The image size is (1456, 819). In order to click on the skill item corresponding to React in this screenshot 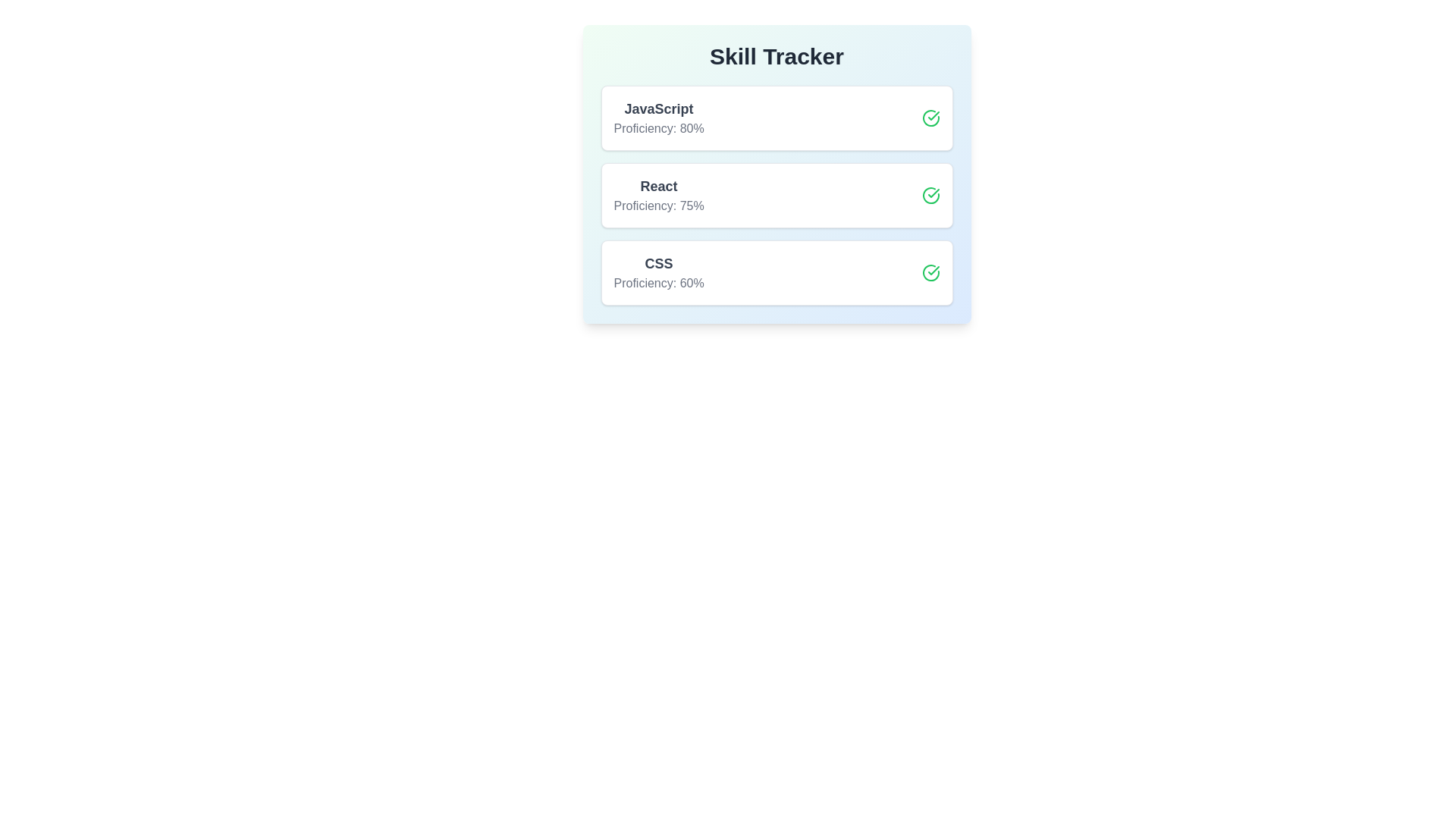, I will do `click(777, 195)`.